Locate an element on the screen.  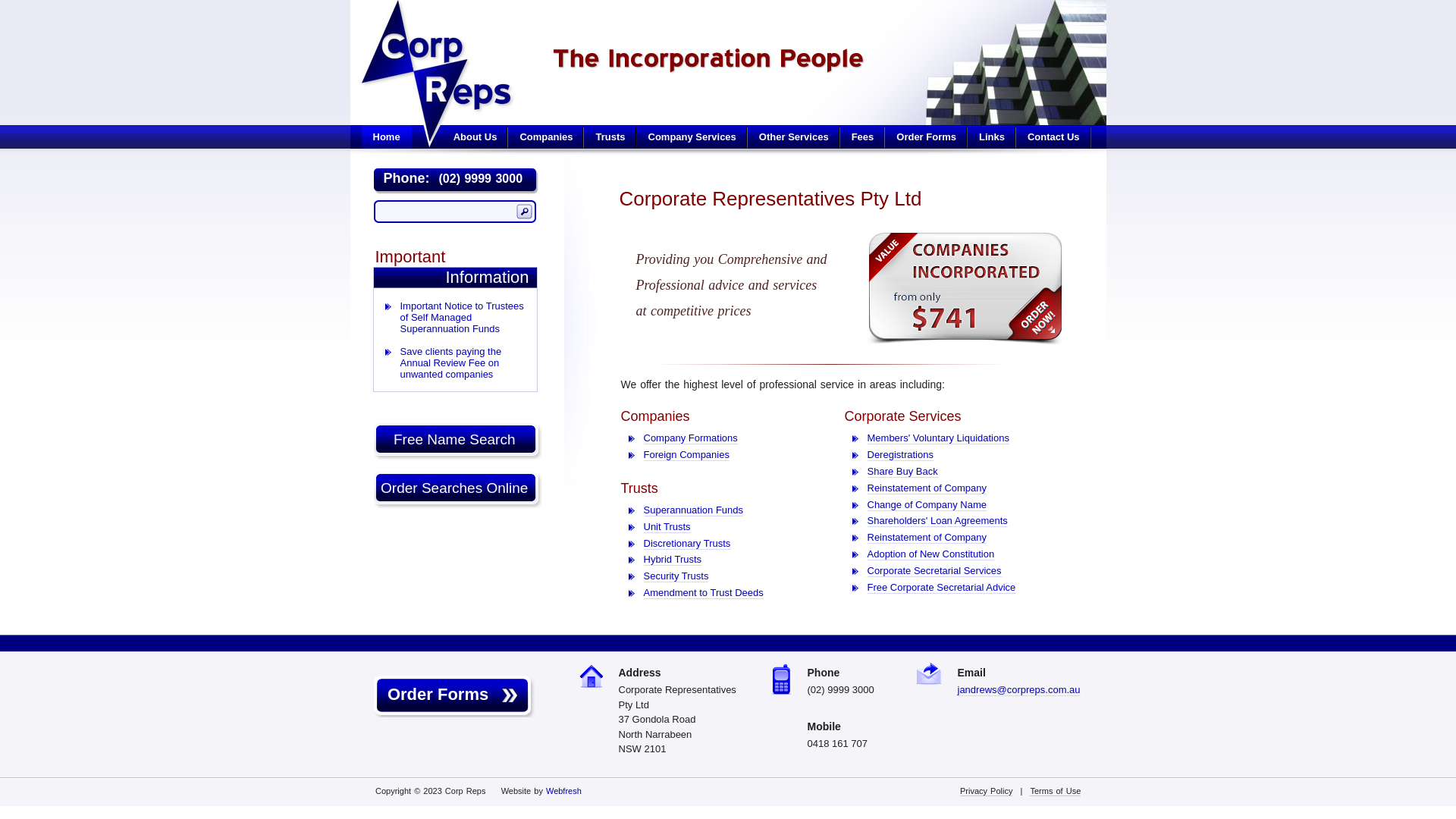
'Contact Us' is located at coordinates (1053, 136).